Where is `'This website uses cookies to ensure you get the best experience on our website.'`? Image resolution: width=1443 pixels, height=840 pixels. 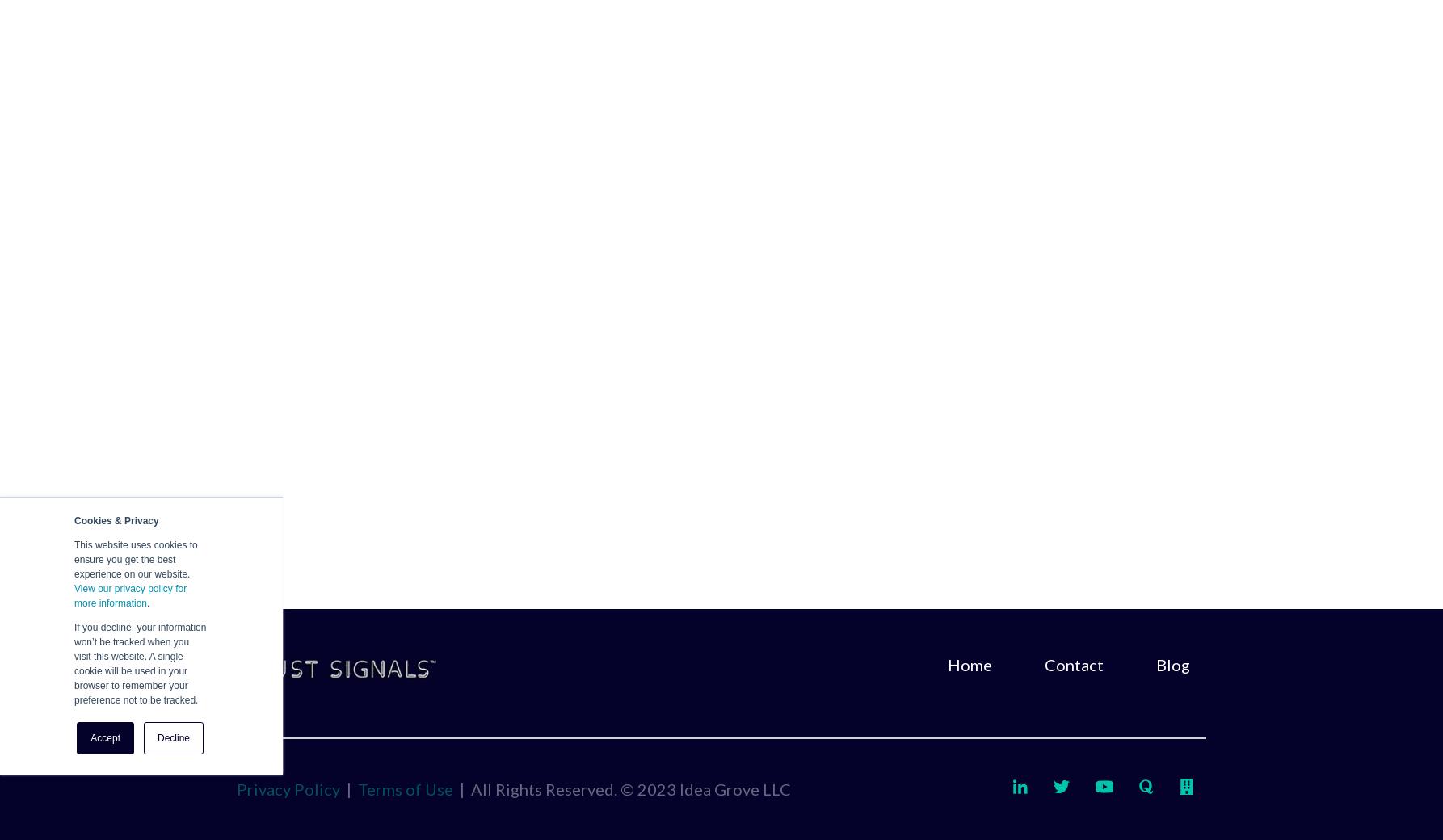
'This website uses cookies to ensure you get the best experience on our website.' is located at coordinates (135, 559).